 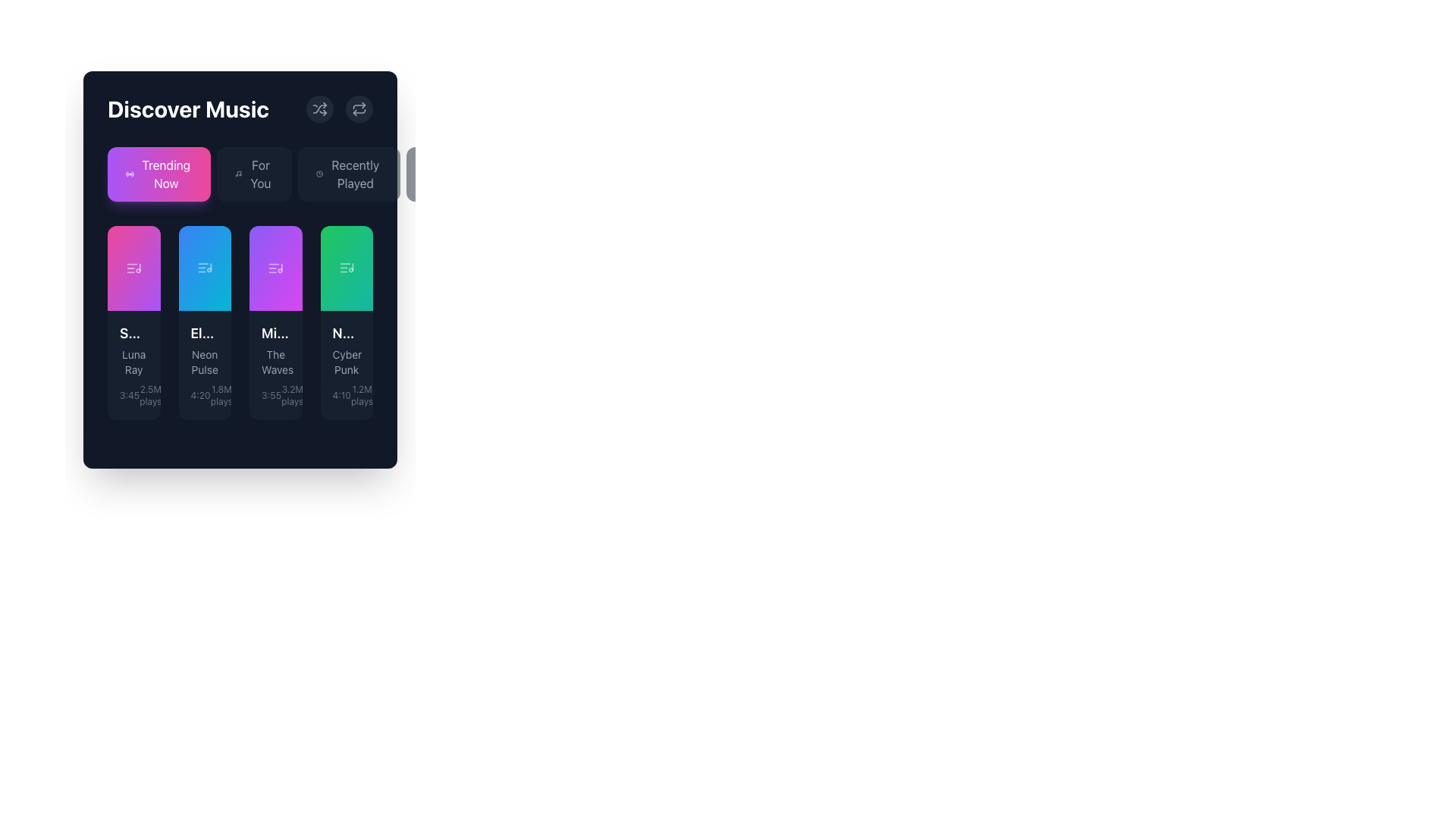 I want to click on the static text label displaying 'The Waves', which is styled in faint gray and positioned below the song title 'Midnight Drive', so click(x=275, y=362).